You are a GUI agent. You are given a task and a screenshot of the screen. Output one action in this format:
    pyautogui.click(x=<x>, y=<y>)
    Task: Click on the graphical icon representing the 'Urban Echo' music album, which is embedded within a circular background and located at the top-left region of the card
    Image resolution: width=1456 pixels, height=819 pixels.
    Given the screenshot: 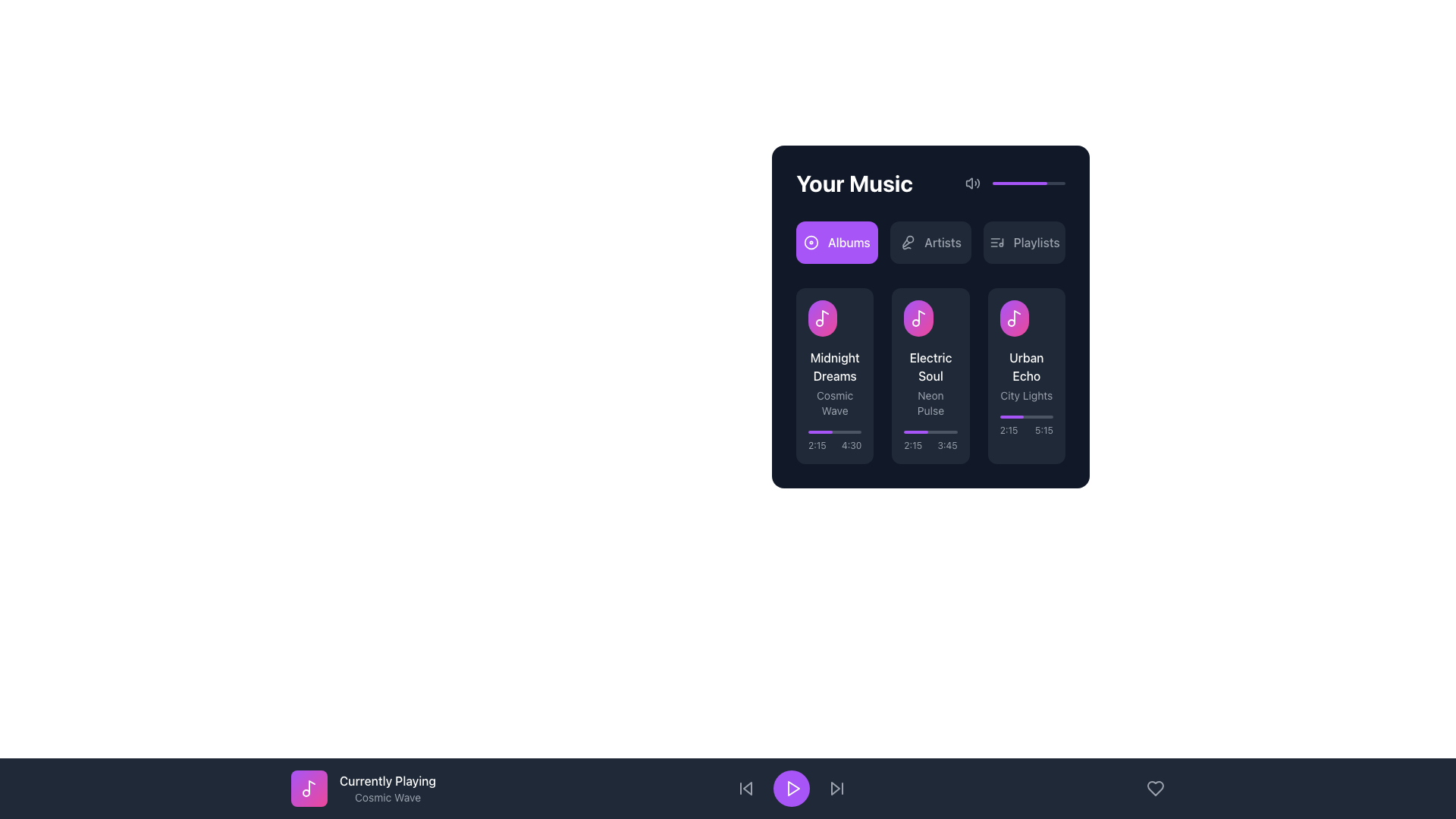 What is the action you would take?
    pyautogui.click(x=1026, y=318)
    